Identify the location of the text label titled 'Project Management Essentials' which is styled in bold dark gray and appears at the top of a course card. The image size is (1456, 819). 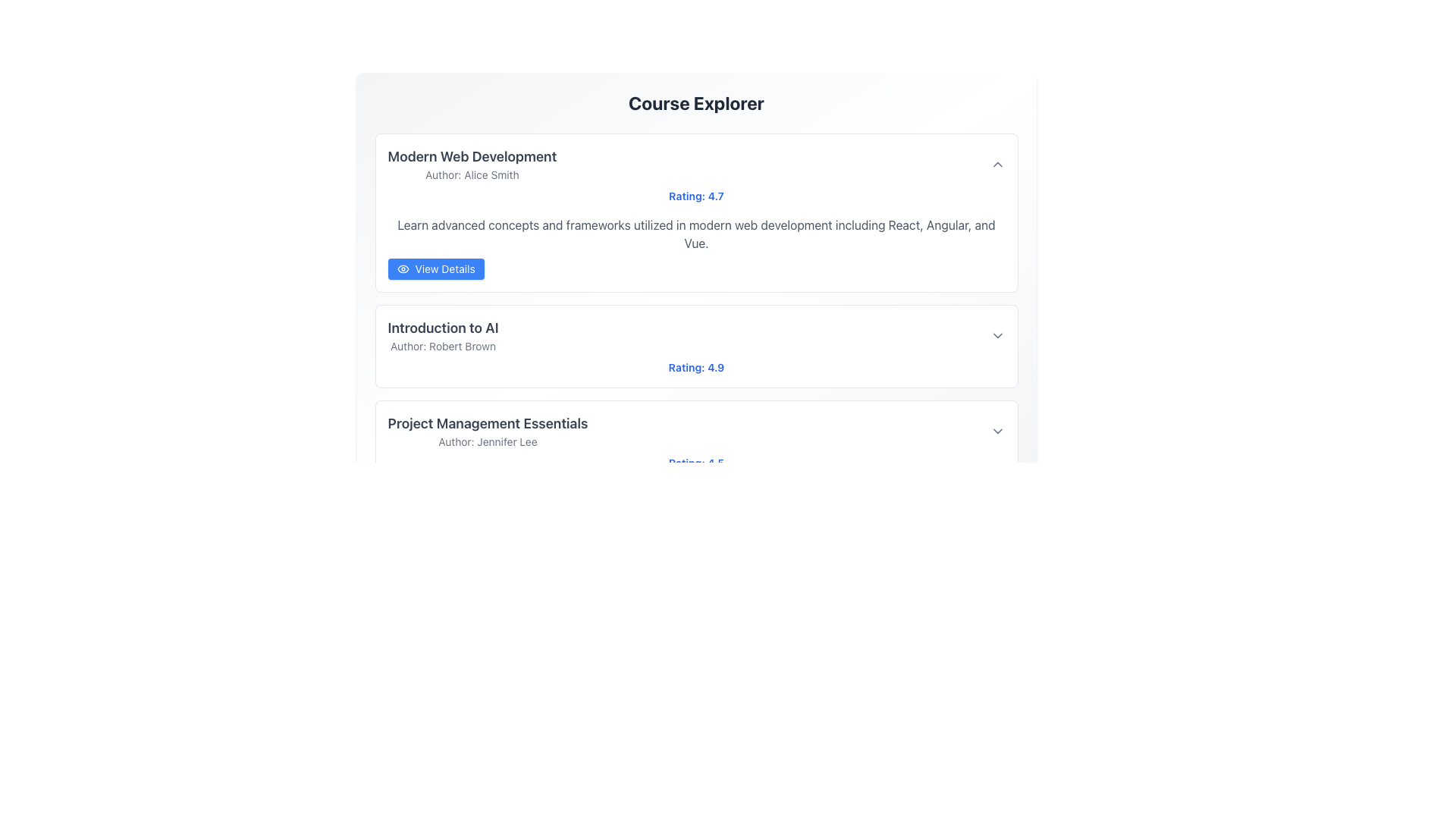
(488, 424).